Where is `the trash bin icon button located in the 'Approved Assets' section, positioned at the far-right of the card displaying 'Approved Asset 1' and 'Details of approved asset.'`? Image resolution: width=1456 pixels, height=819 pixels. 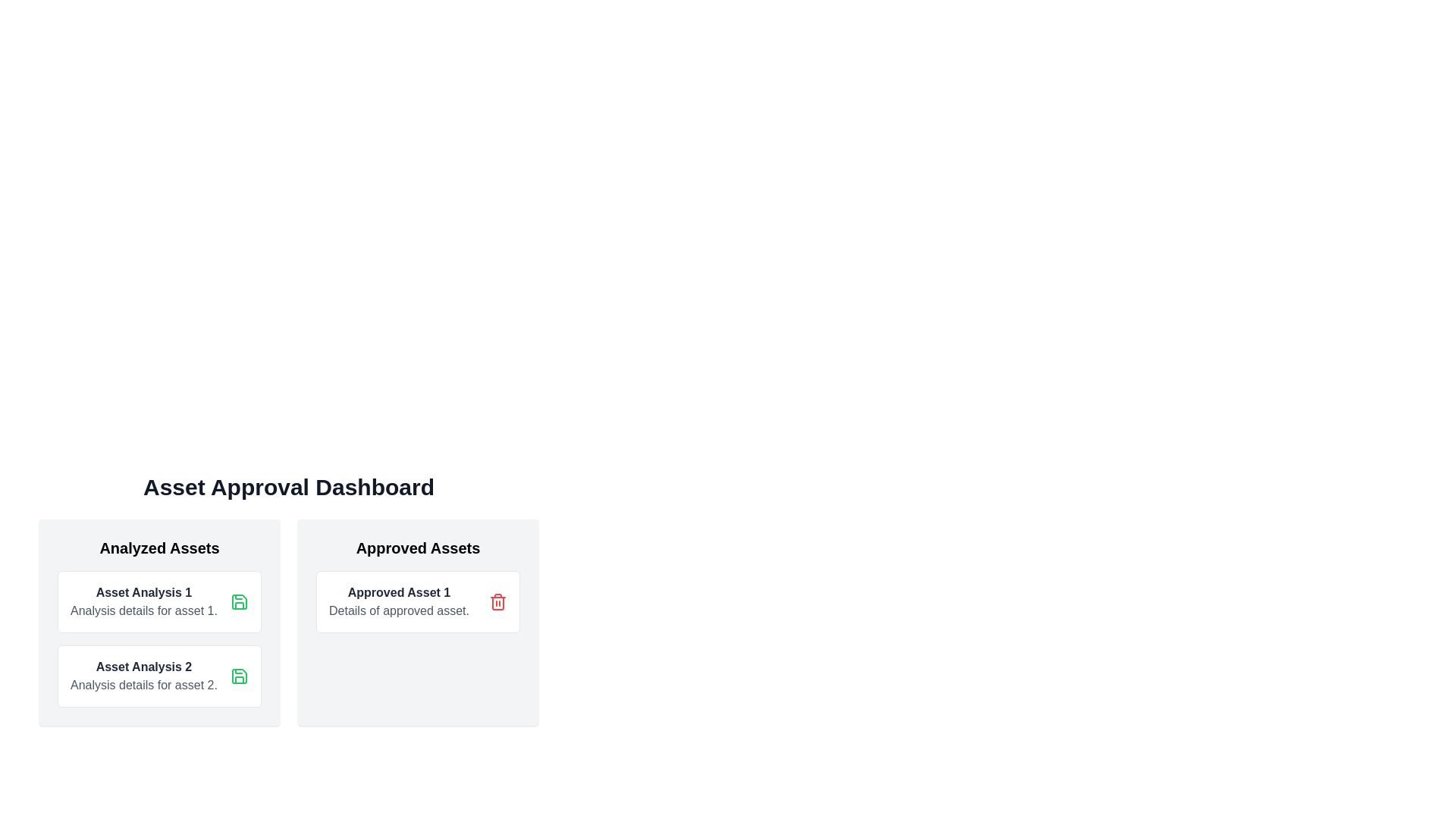 the trash bin icon button located in the 'Approved Assets' section, positioned at the far-right of the card displaying 'Approved Asset 1' and 'Details of approved asset.' is located at coordinates (498, 601).